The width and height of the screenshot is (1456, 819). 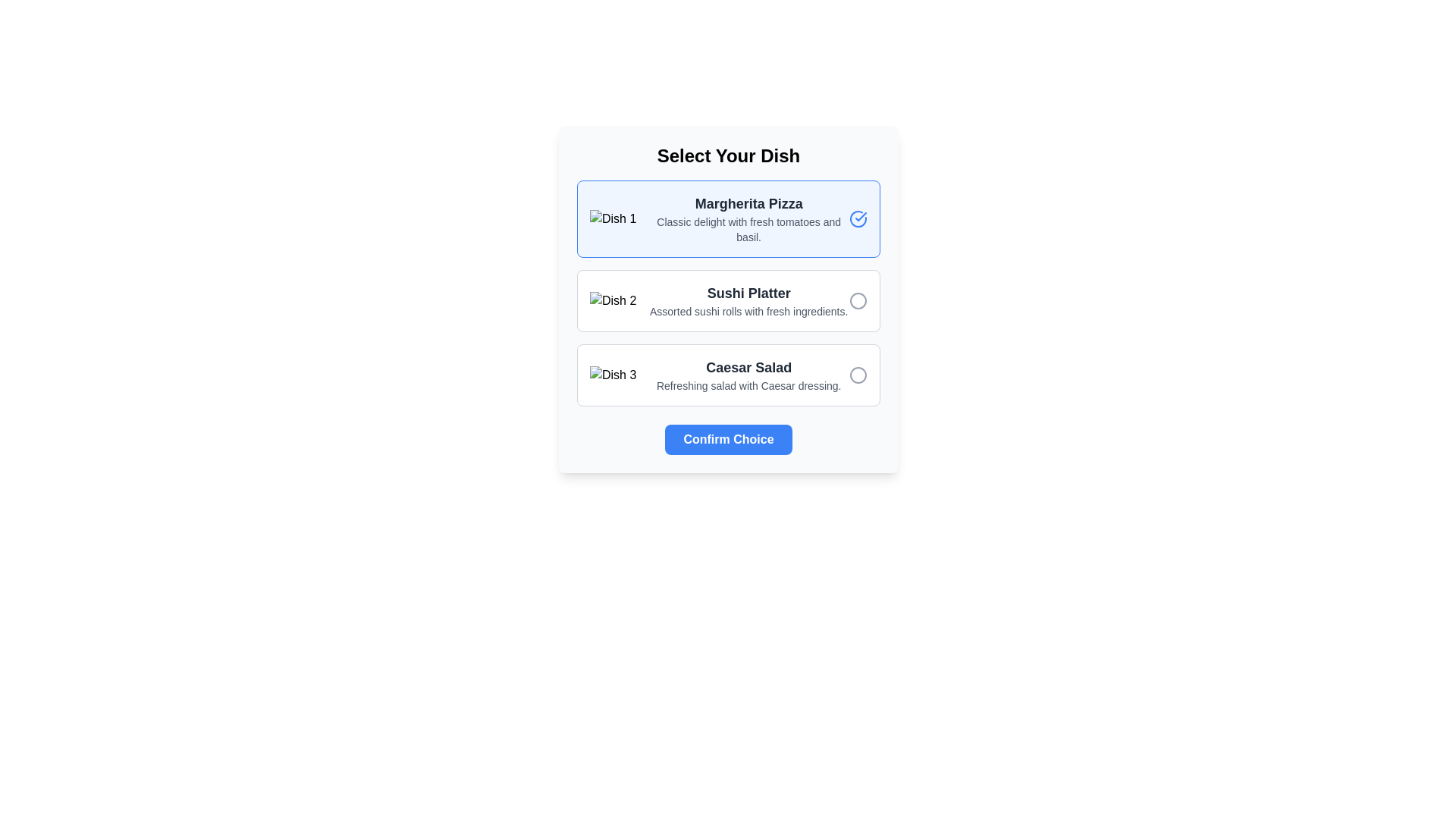 What do you see at coordinates (748, 293) in the screenshot?
I see `the text label 'Sushi Platter' which is styled in bold dark gray and is the second item in the vertical dish listing` at bounding box center [748, 293].